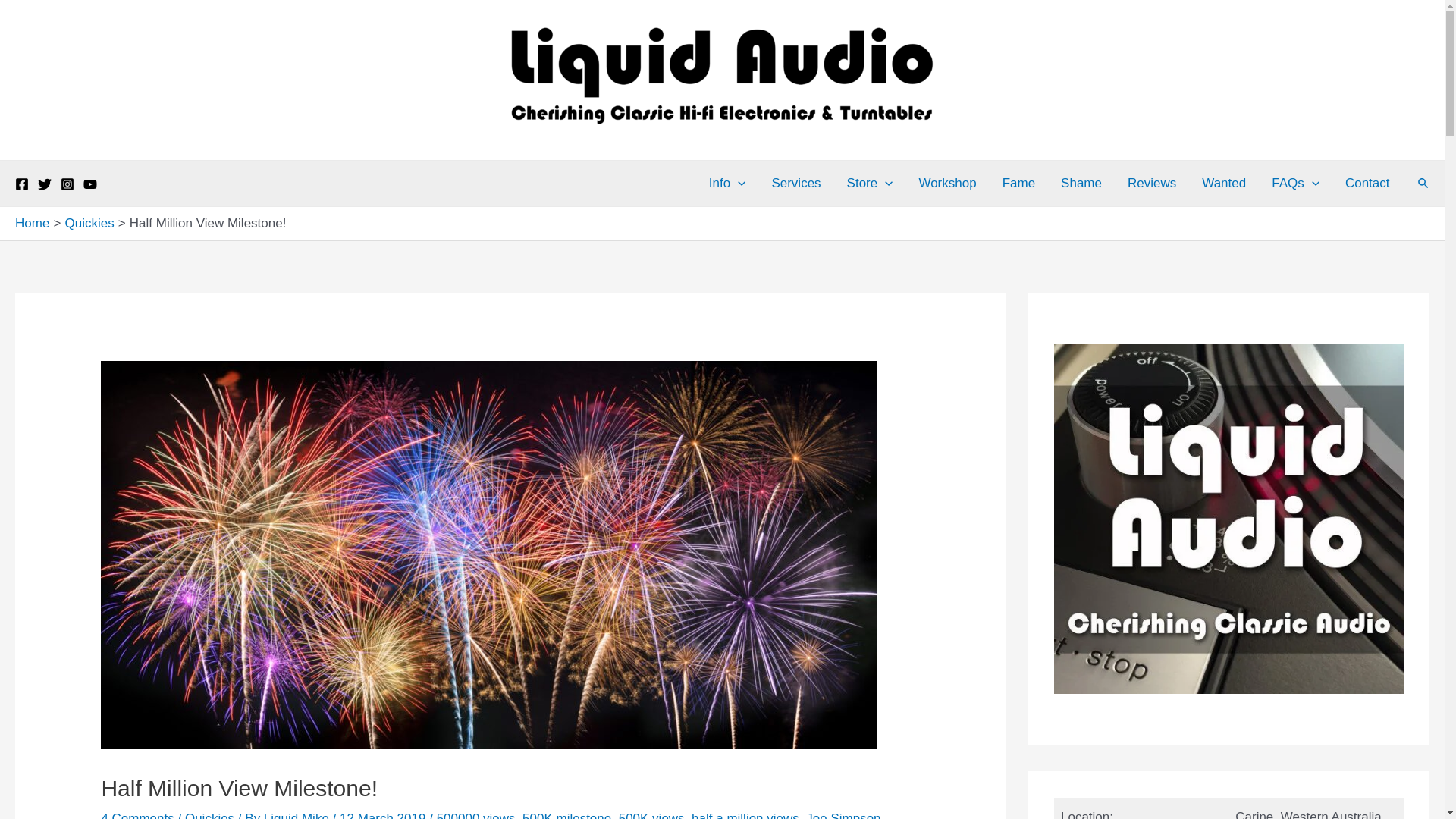 The image size is (1456, 819). What do you see at coordinates (1223, 183) in the screenshot?
I see `'Wanted'` at bounding box center [1223, 183].